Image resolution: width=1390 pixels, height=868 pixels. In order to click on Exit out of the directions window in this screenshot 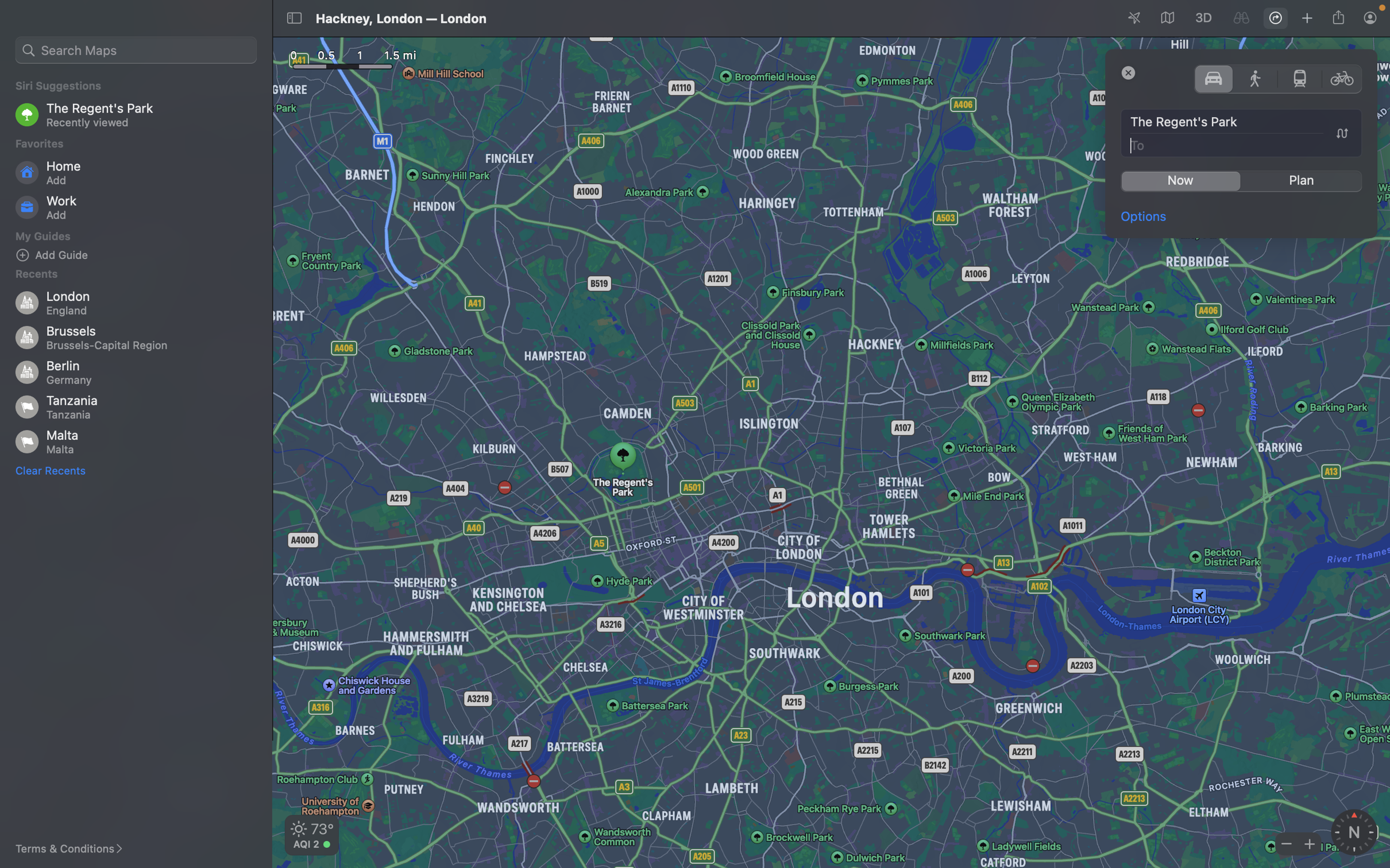, I will do `click(1129, 72)`.